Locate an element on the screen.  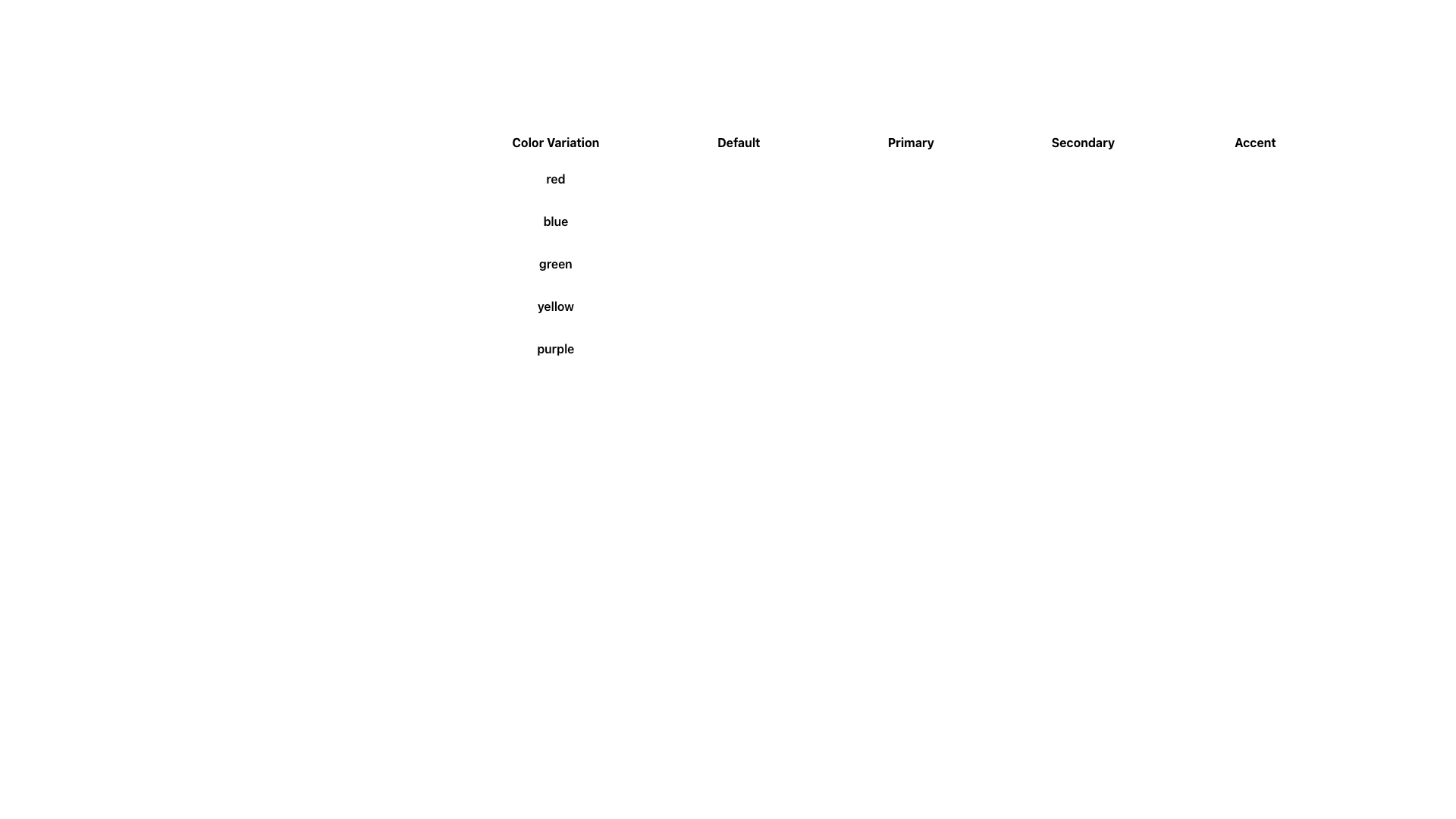
the button in the 'Primary' column adjacent to the 'red' row in the 'Color Variation' column is located at coordinates (865, 177).